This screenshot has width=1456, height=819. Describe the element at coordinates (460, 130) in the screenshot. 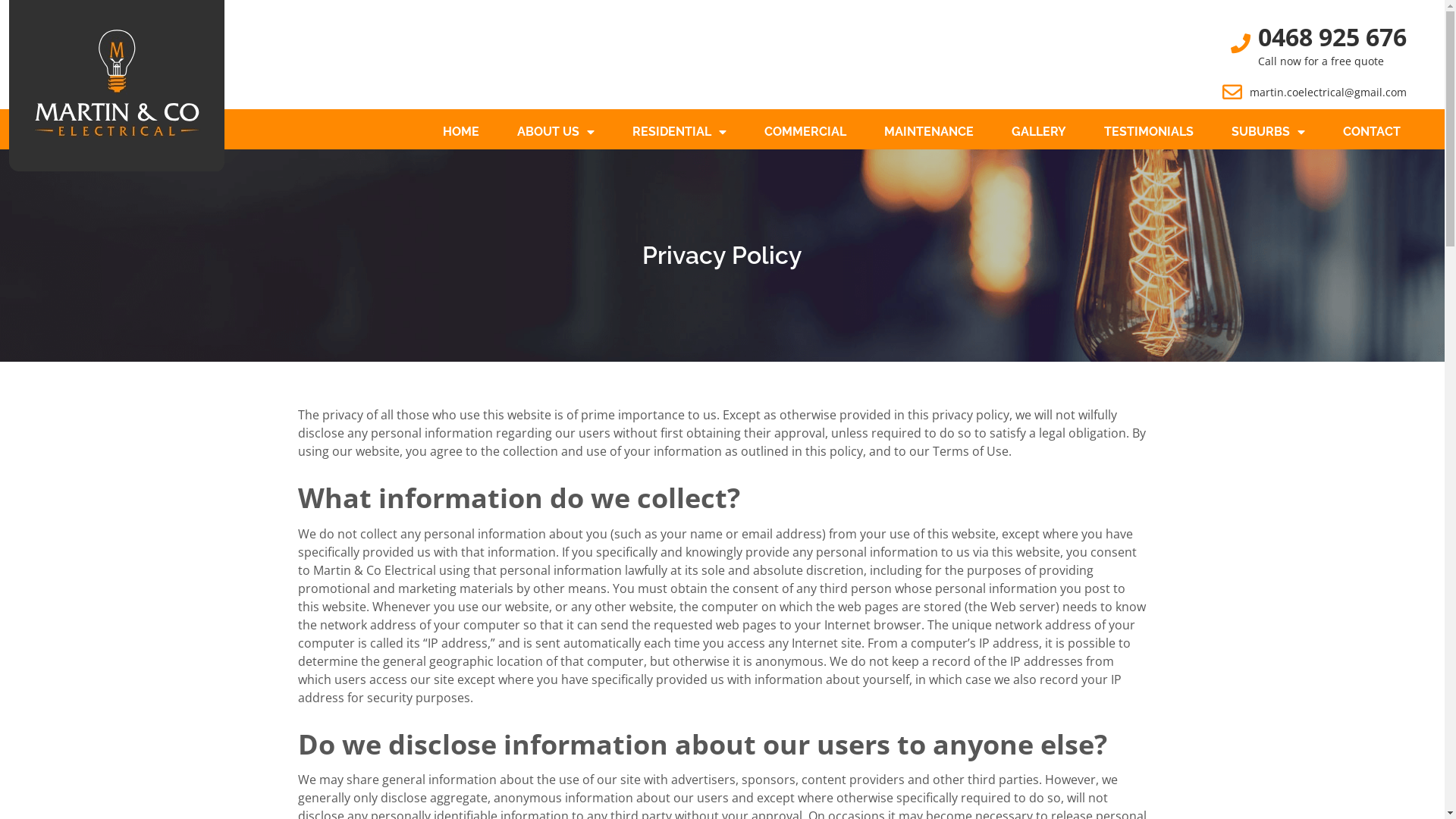

I see `'HOME'` at that location.